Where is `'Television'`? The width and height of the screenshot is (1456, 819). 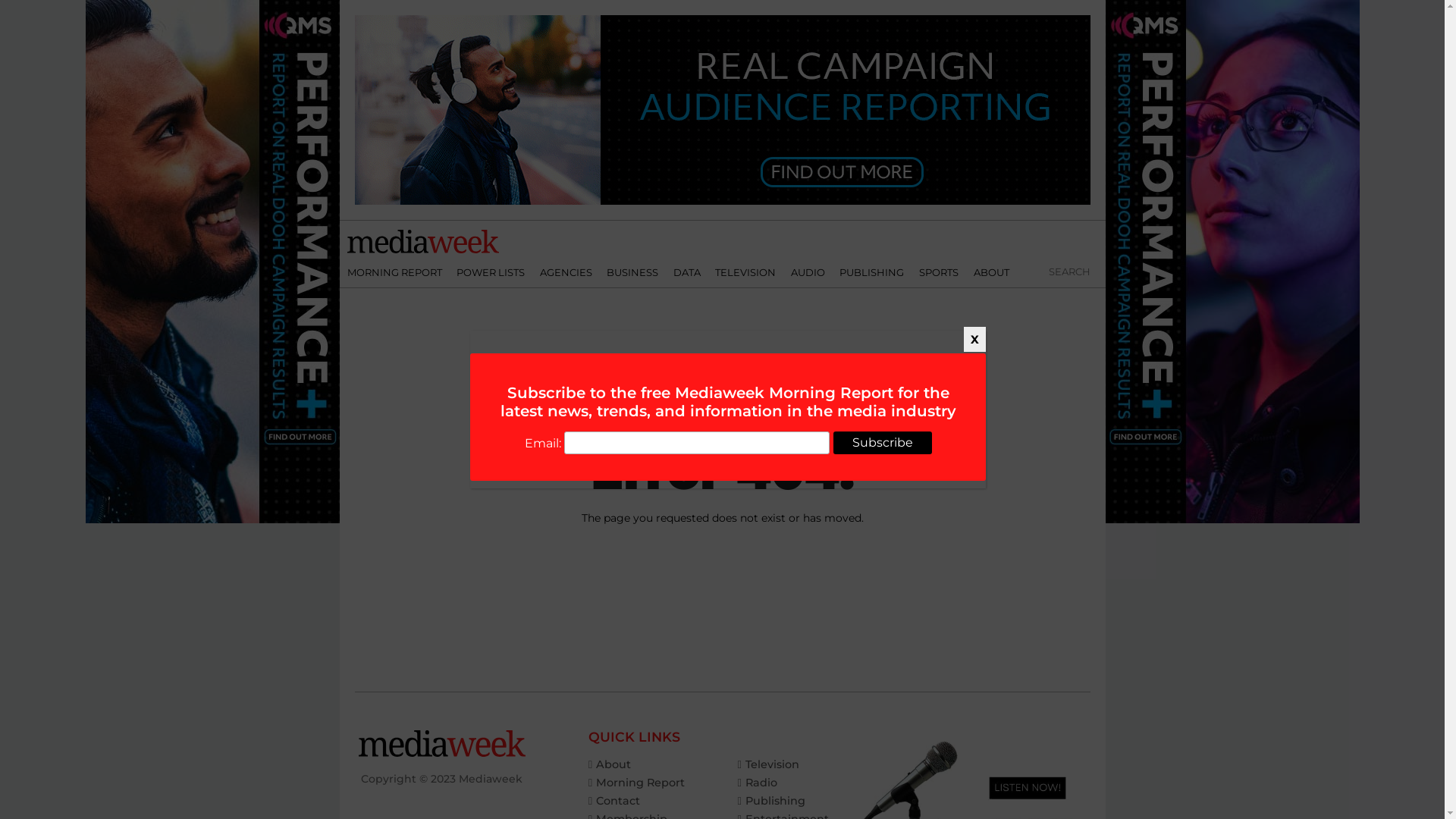 'Television' is located at coordinates (767, 764).